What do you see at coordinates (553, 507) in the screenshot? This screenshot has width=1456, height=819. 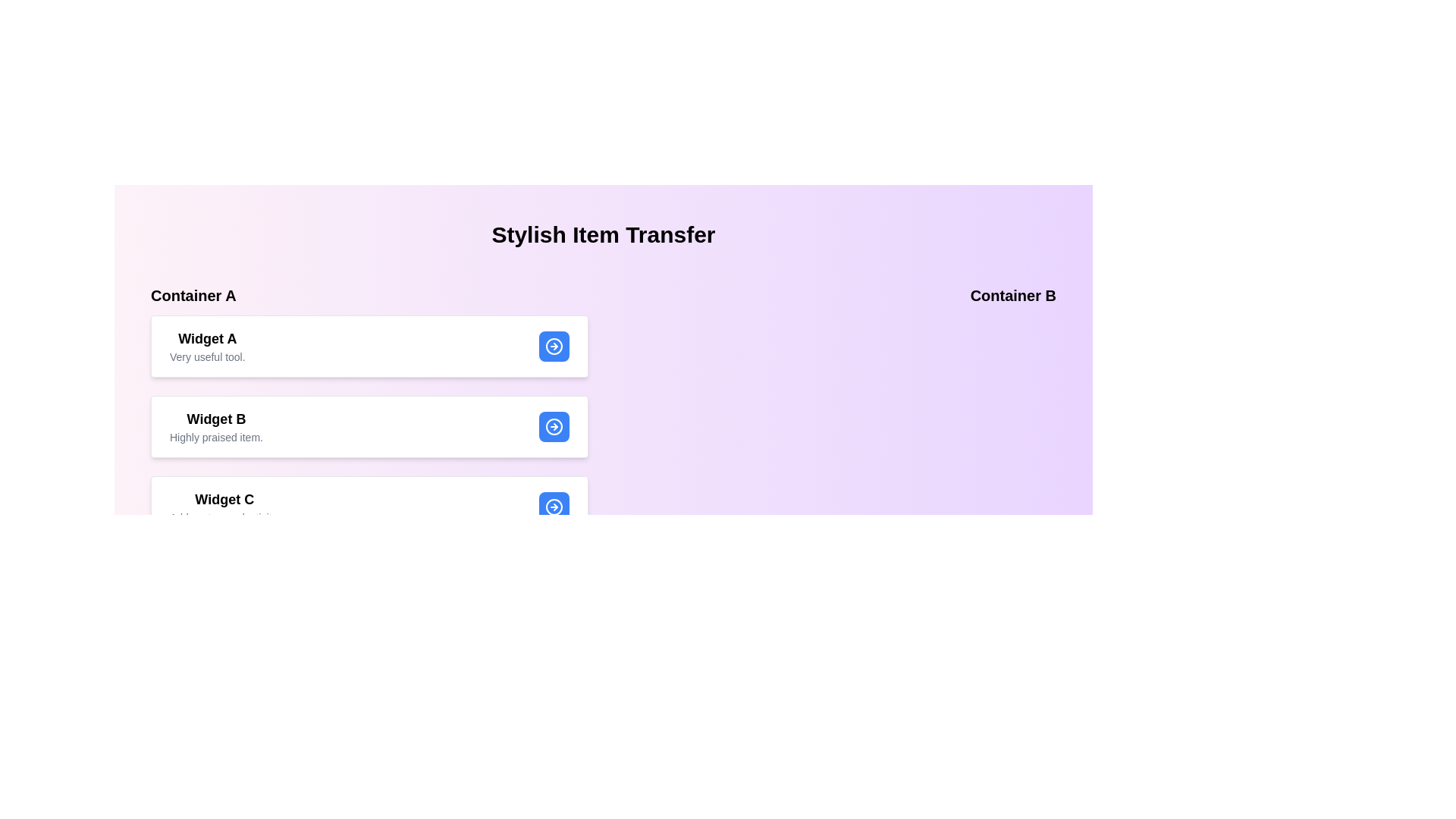 I see `transfer button for Widget C in Container A to move it to Container B` at bounding box center [553, 507].